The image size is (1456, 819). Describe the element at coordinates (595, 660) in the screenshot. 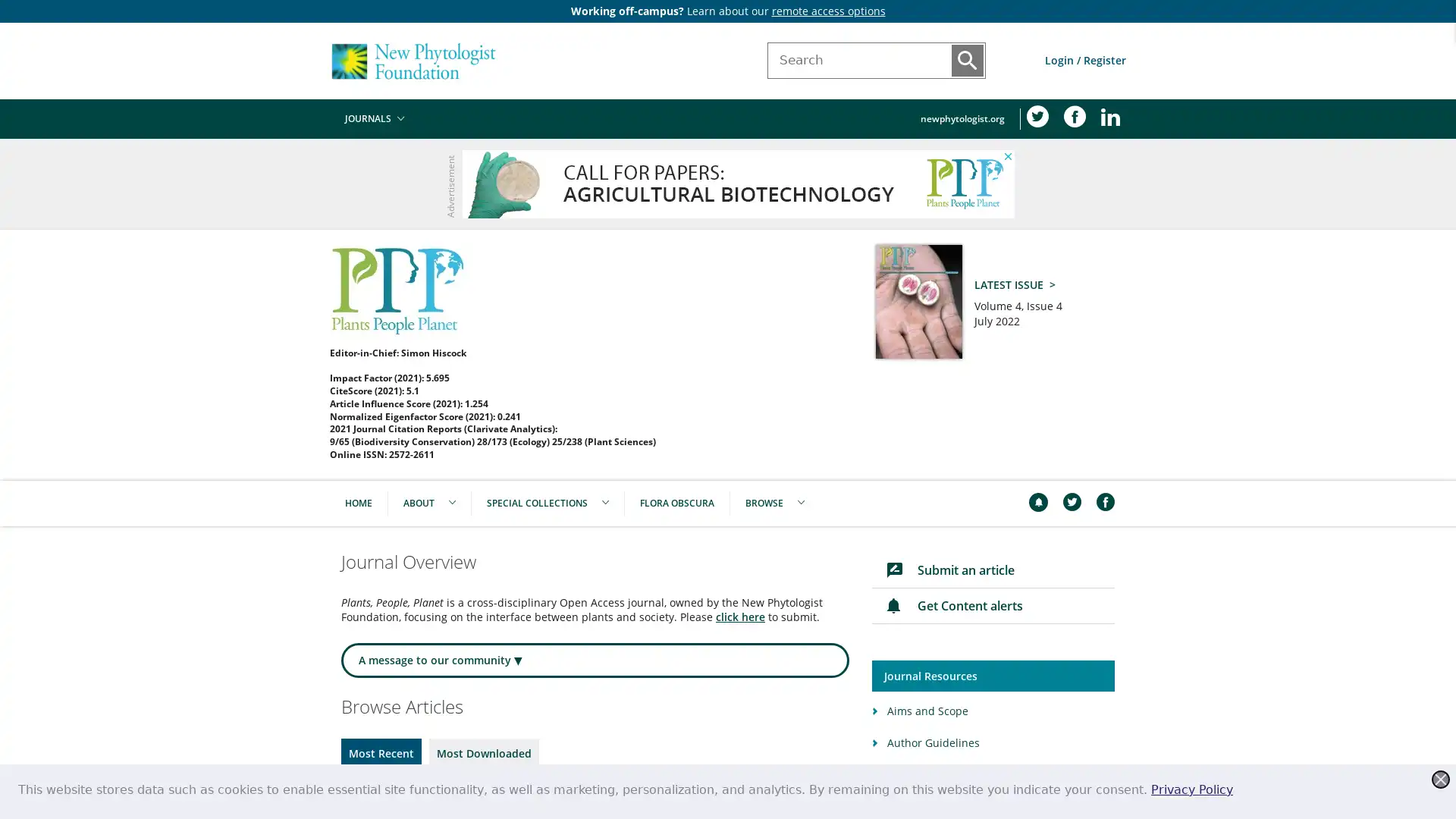

I see `A message to our community` at that location.